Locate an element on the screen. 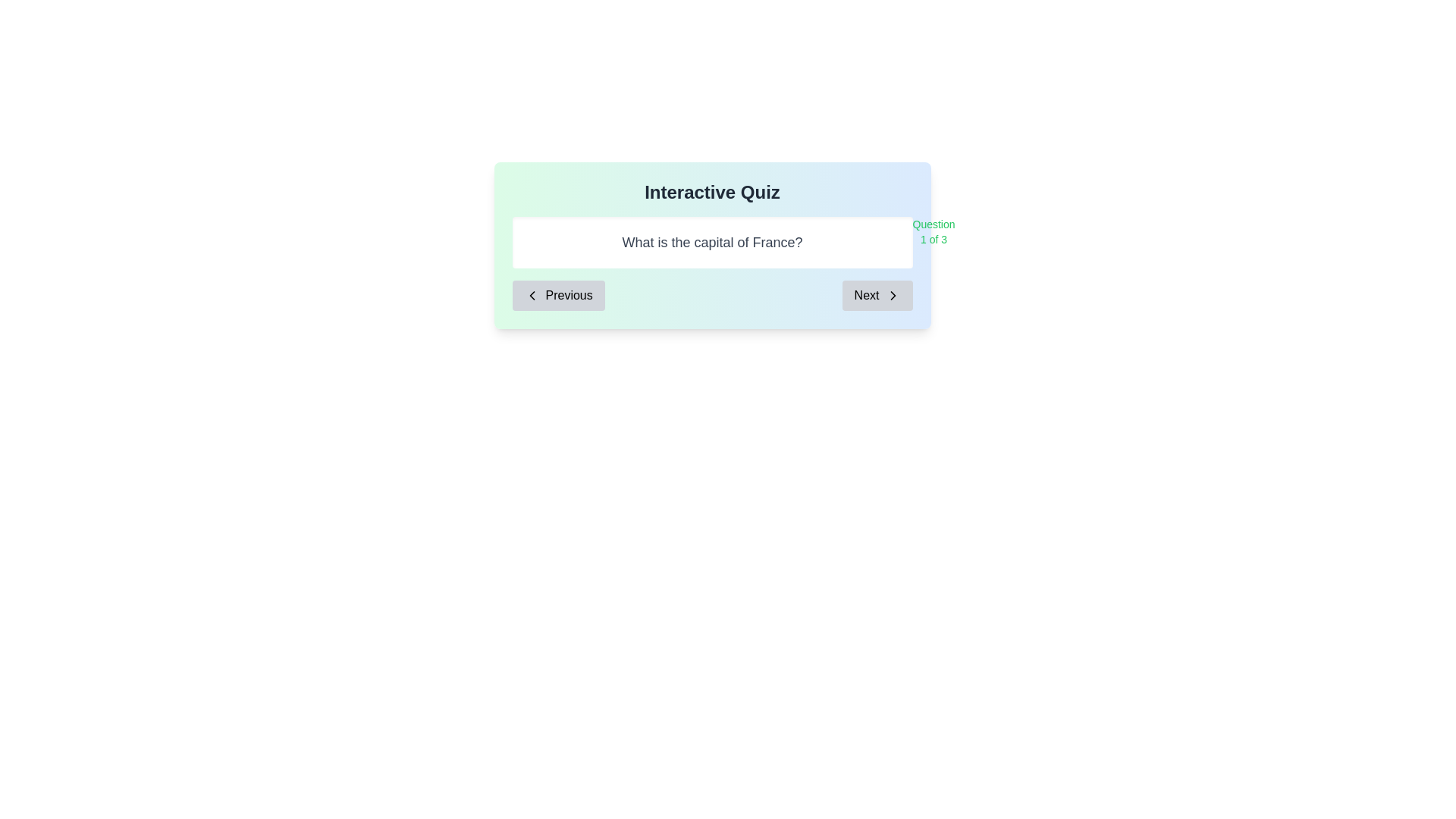  the 'Previous' button located at the bottom-left section of the navigation control system is located at coordinates (557, 295).